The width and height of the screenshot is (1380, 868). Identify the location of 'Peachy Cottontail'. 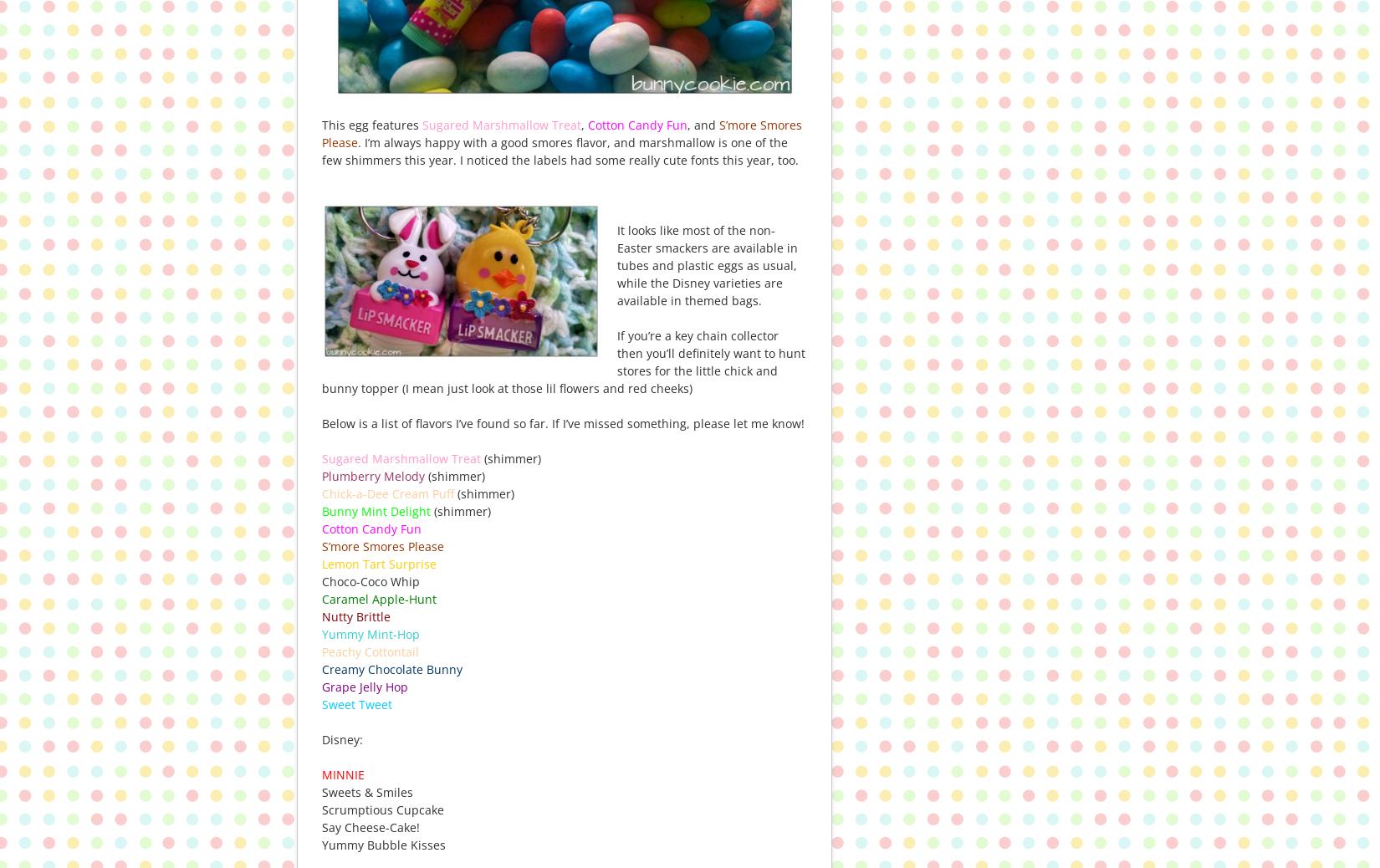
(321, 650).